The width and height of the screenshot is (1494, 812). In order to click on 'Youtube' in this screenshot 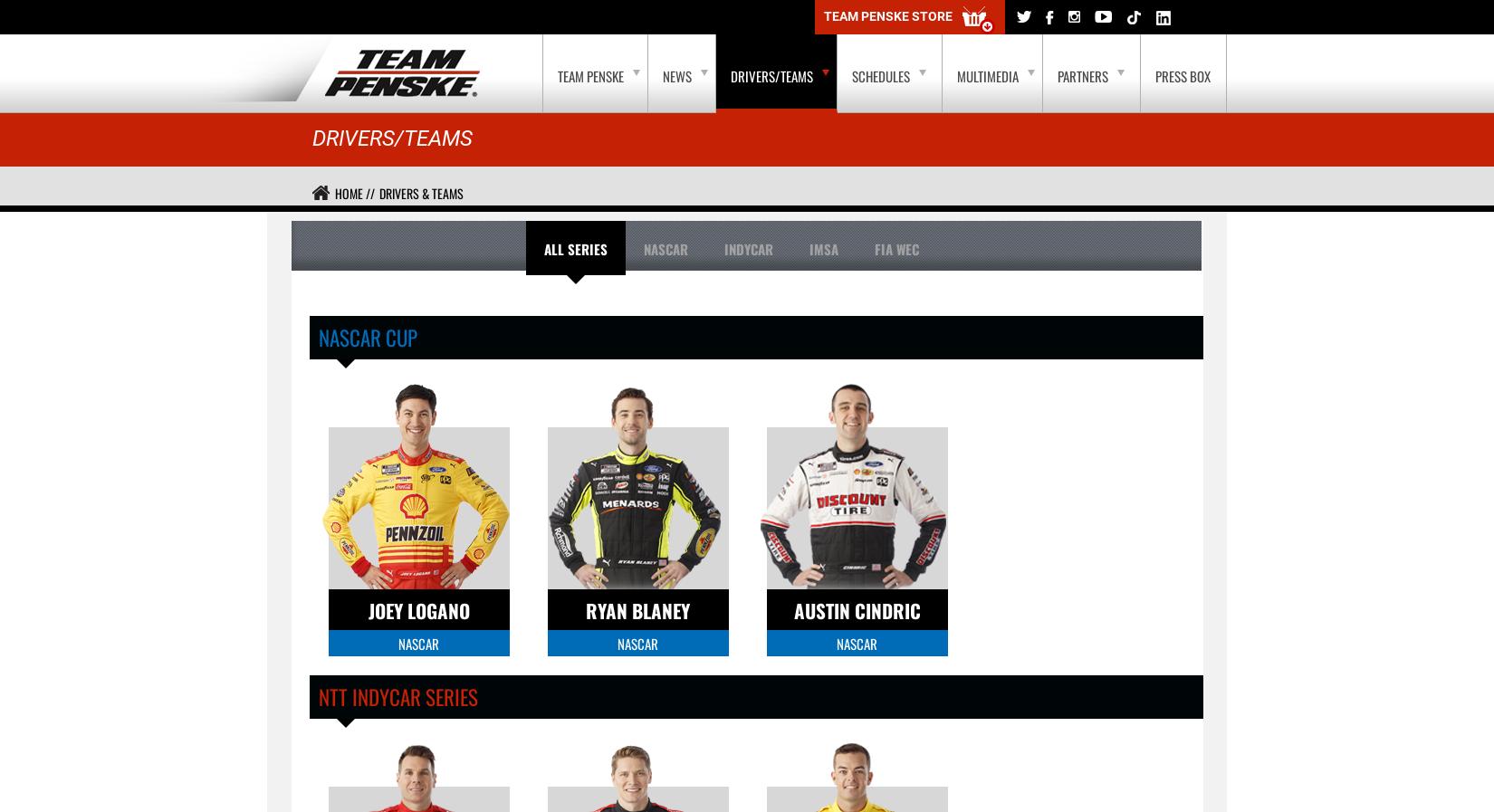, I will do `click(190, 16)`.